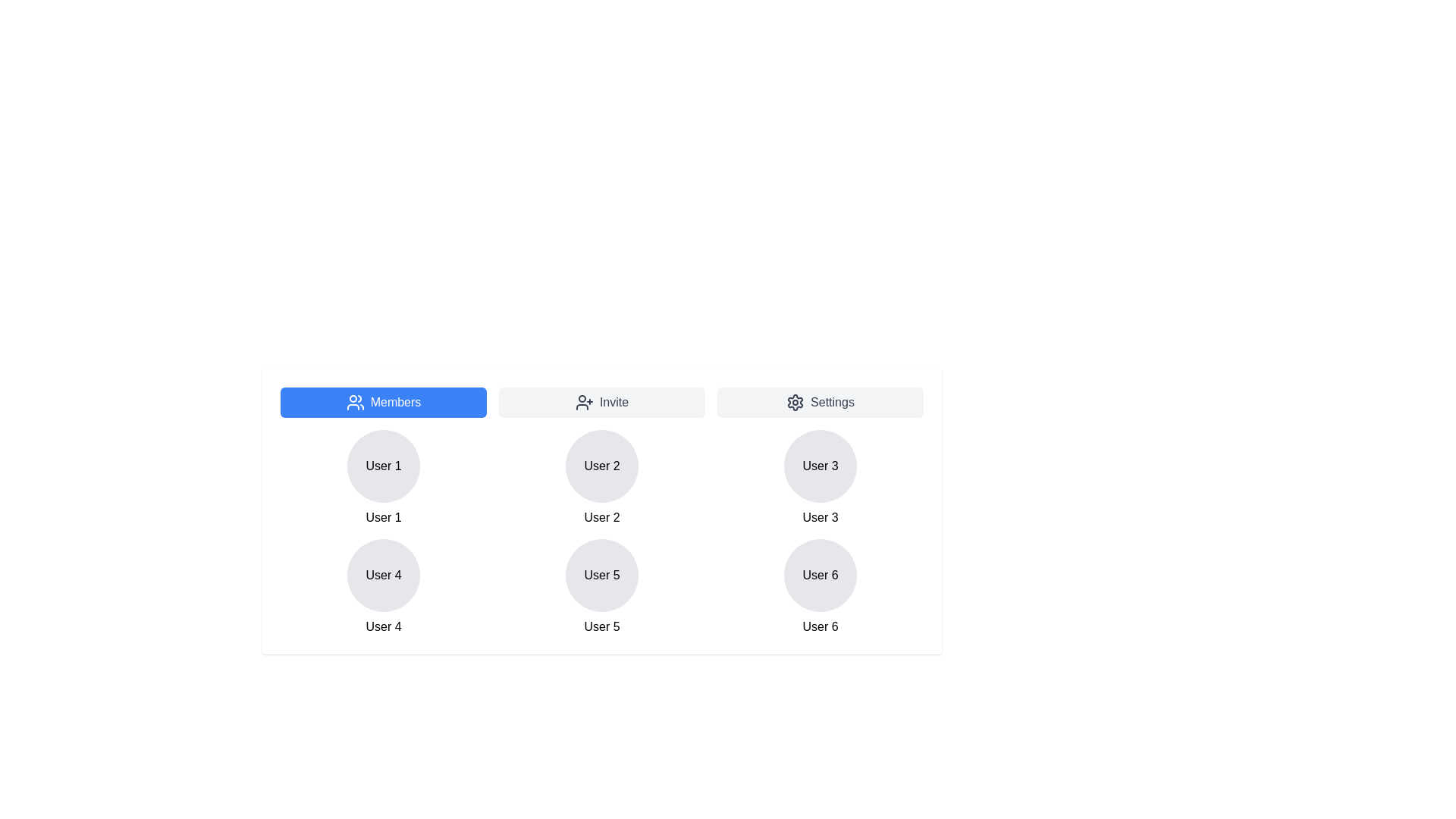 This screenshot has width=1456, height=819. What do you see at coordinates (583, 402) in the screenshot?
I see `the 'Invite' button icon located between the 'Members' and 'Settings' buttons at the top row of the interface` at bounding box center [583, 402].